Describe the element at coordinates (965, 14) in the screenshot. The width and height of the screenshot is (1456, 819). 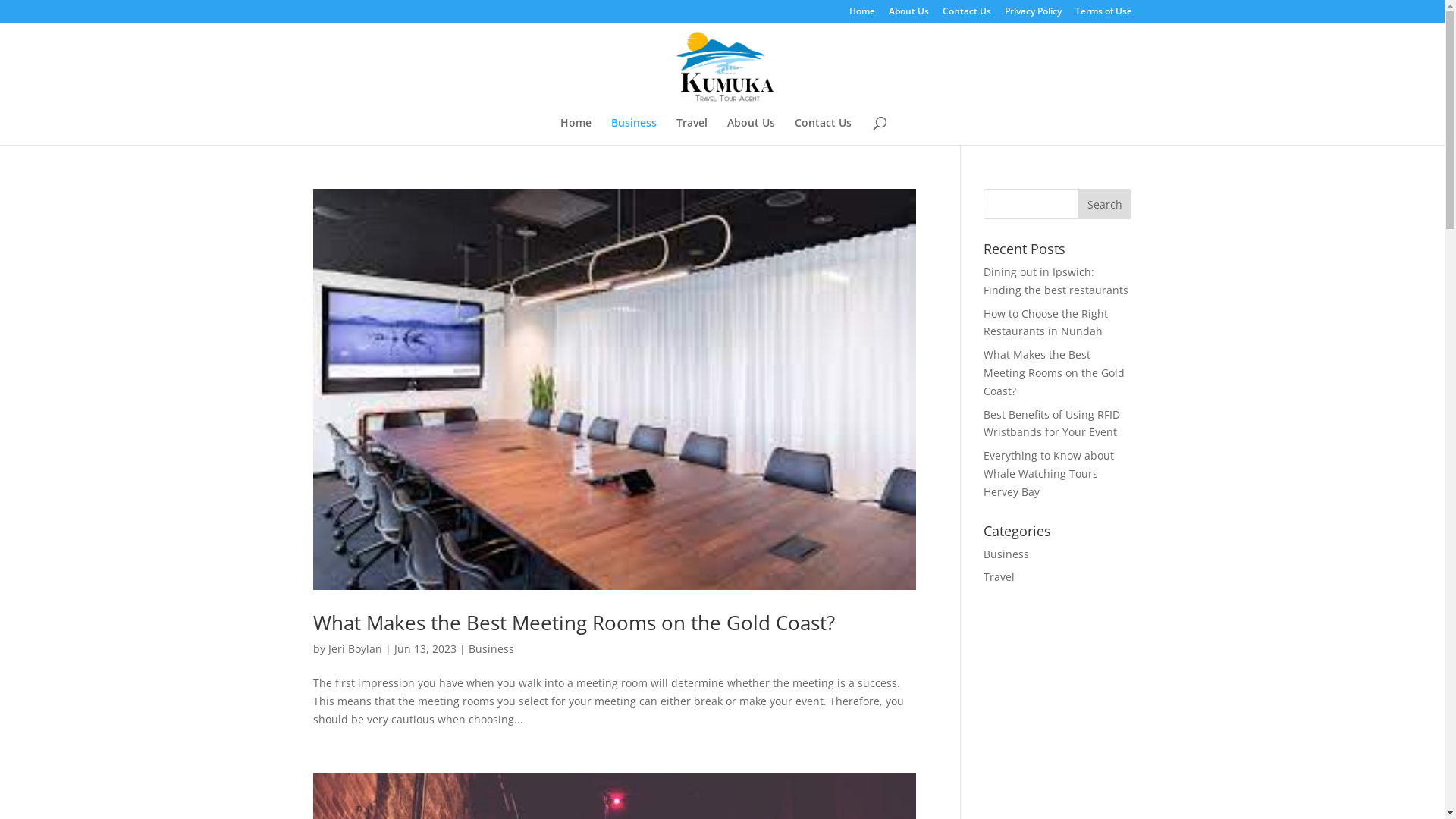
I see `'Contact Us'` at that location.